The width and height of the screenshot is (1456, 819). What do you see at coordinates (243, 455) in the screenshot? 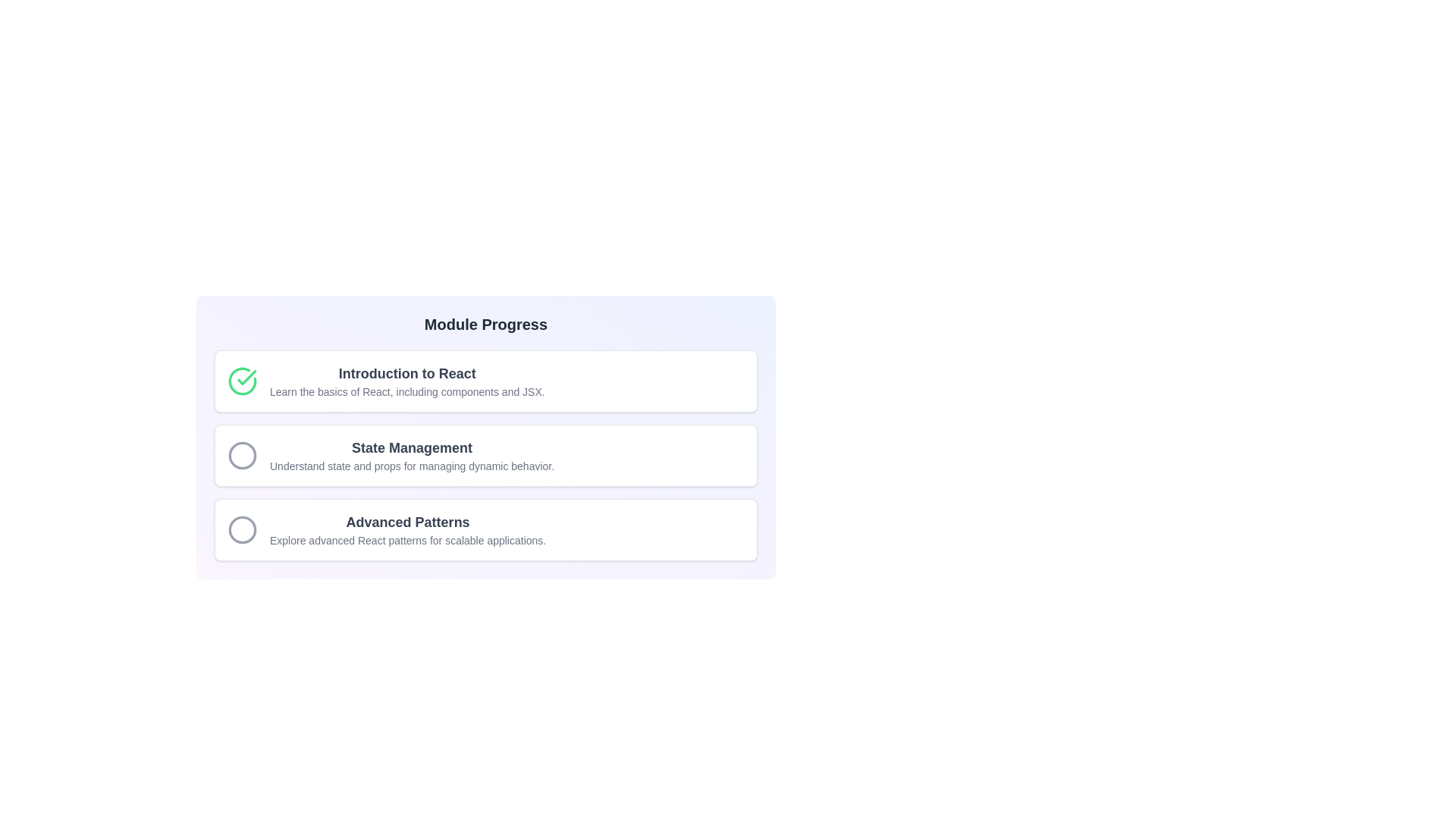
I see `the status indicator icon located within the 'State Management' card, positioned to the far left, representing a pending or inactive state` at bounding box center [243, 455].